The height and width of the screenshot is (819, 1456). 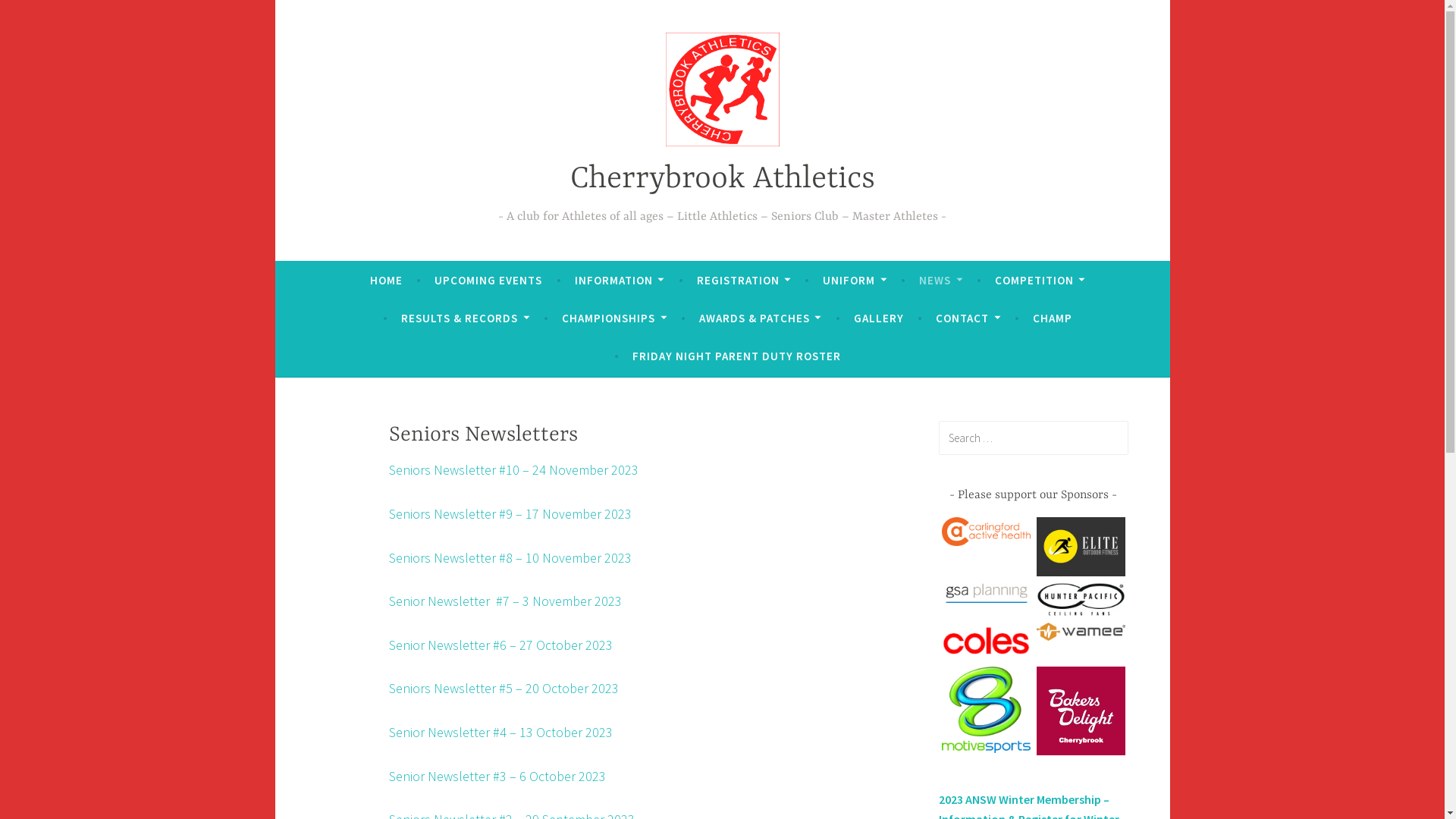 What do you see at coordinates (722, 178) in the screenshot?
I see `'Cherrybrook Athletics'` at bounding box center [722, 178].